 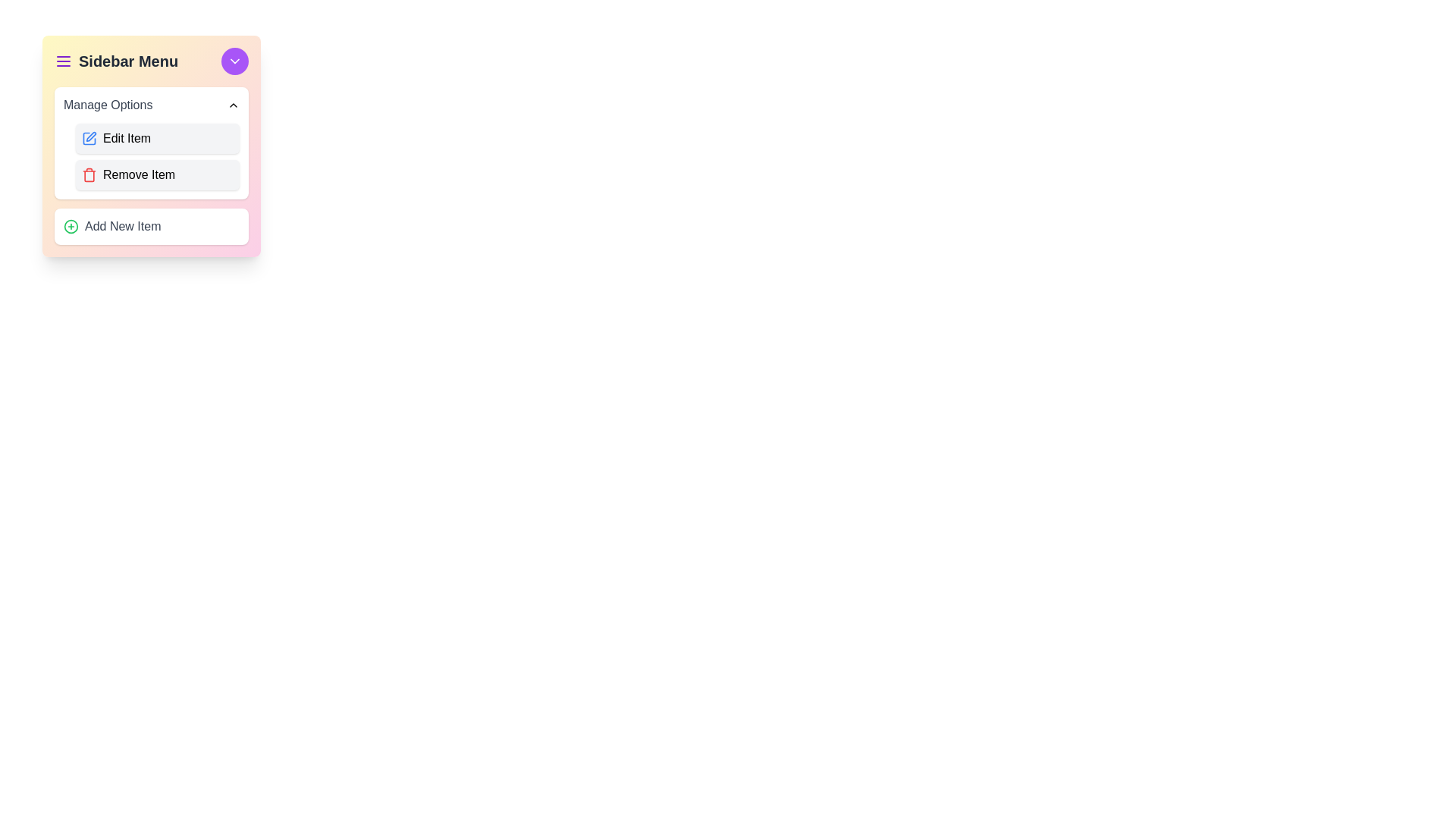 I want to click on the button that removes an item, located directly below the 'Edit Item' button in the 'Manage Options' section of the sidebar menu, so click(x=157, y=174).